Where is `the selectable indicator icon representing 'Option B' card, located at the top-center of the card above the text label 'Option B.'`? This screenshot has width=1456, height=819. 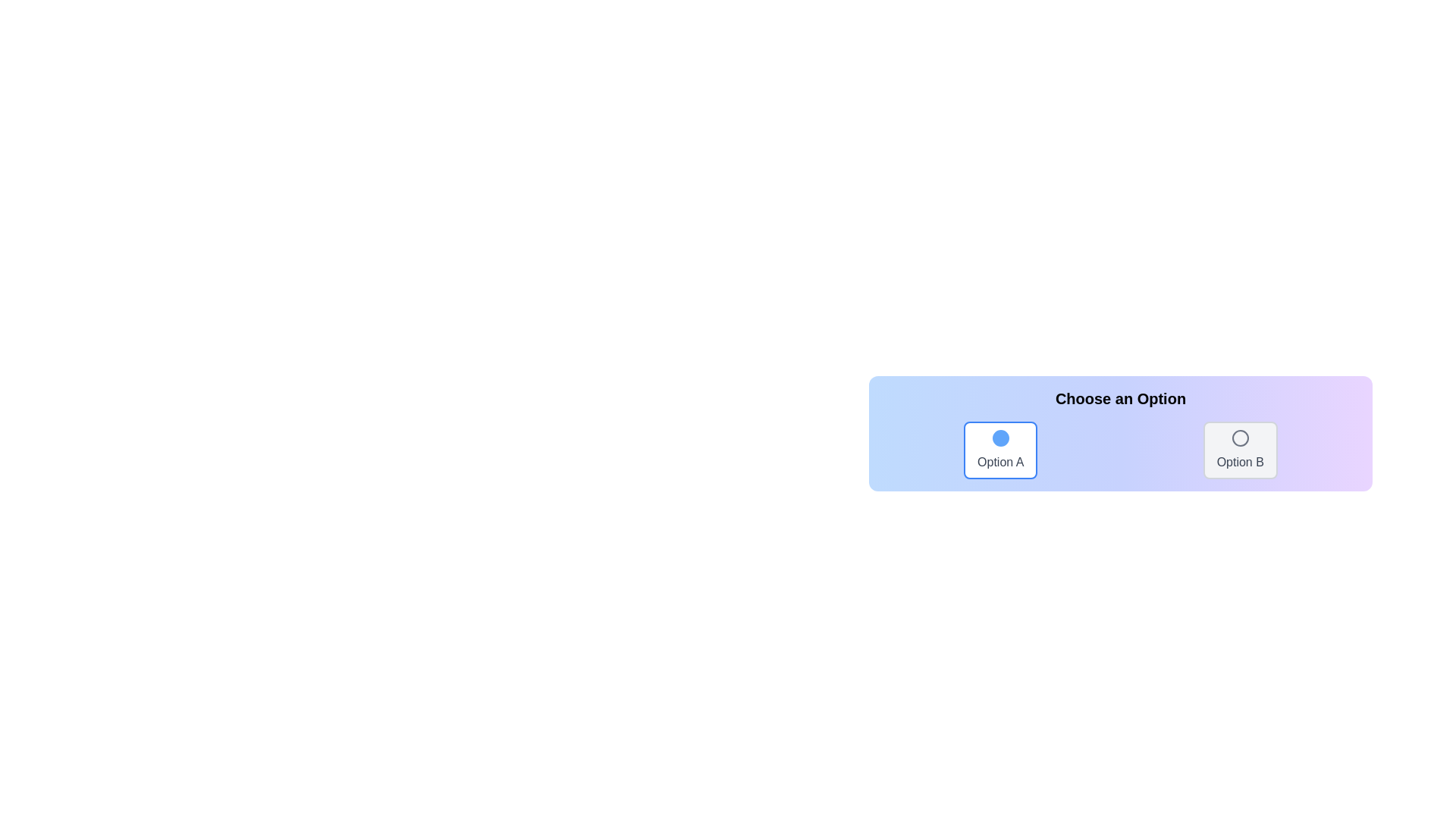
the selectable indicator icon representing 'Option B' card, located at the top-center of the card above the text label 'Option B.' is located at coordinates (1240, 438).